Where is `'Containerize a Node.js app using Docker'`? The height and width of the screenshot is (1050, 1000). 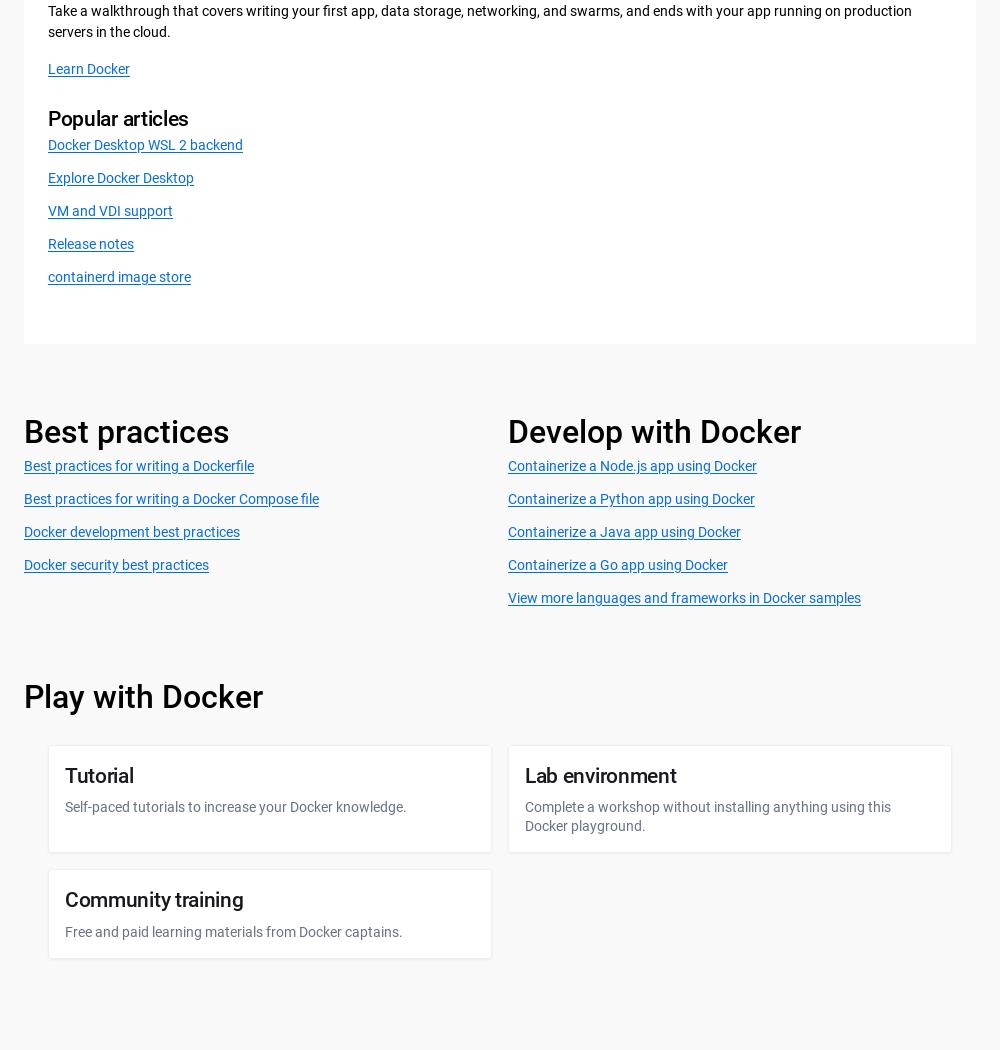
'Containerize a Node.js app using Docker' is located at coordinates (632, 465).